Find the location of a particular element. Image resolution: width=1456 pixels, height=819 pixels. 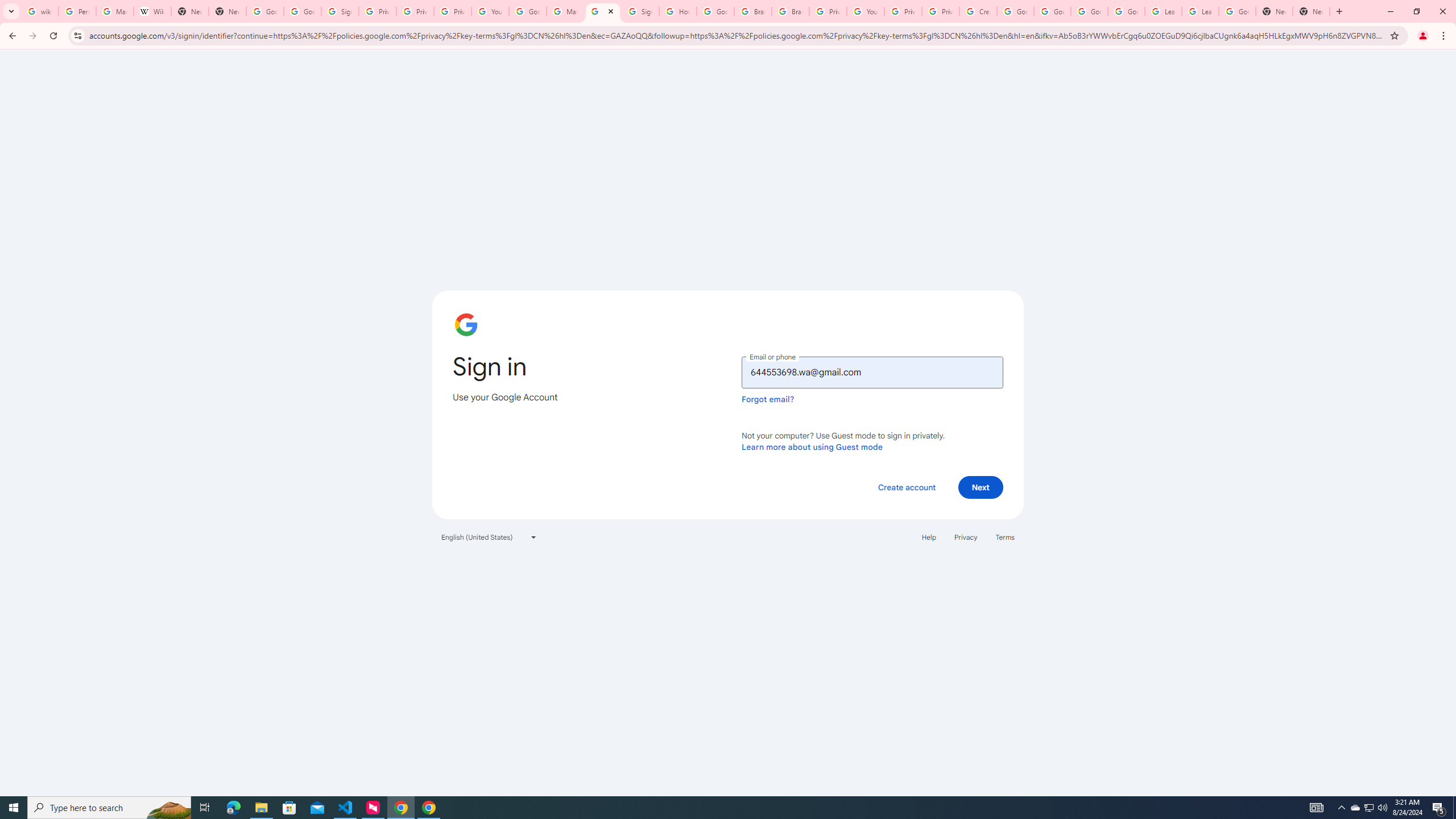

'YouTube' is located at coordinates (489, 11).